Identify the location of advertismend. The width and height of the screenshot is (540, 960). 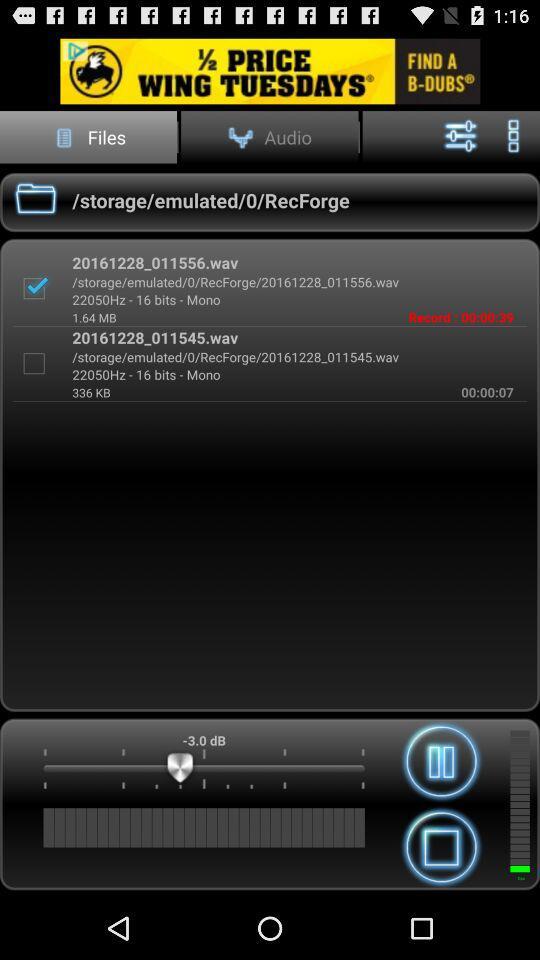
(270, 71).